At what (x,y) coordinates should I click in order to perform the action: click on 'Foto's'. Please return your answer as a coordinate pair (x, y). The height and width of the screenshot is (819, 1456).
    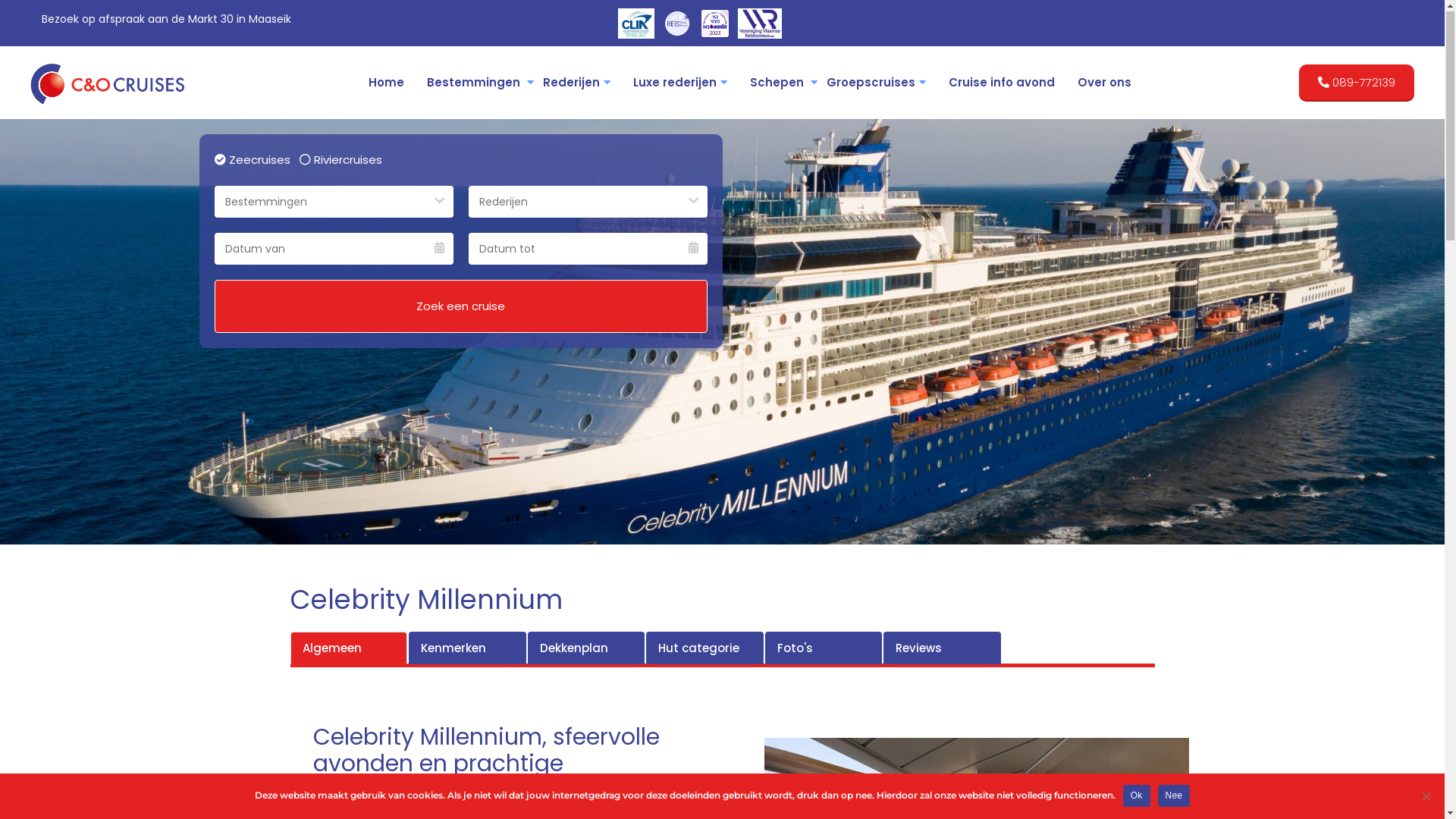
    Looking at the image, I should click on (823, 648).